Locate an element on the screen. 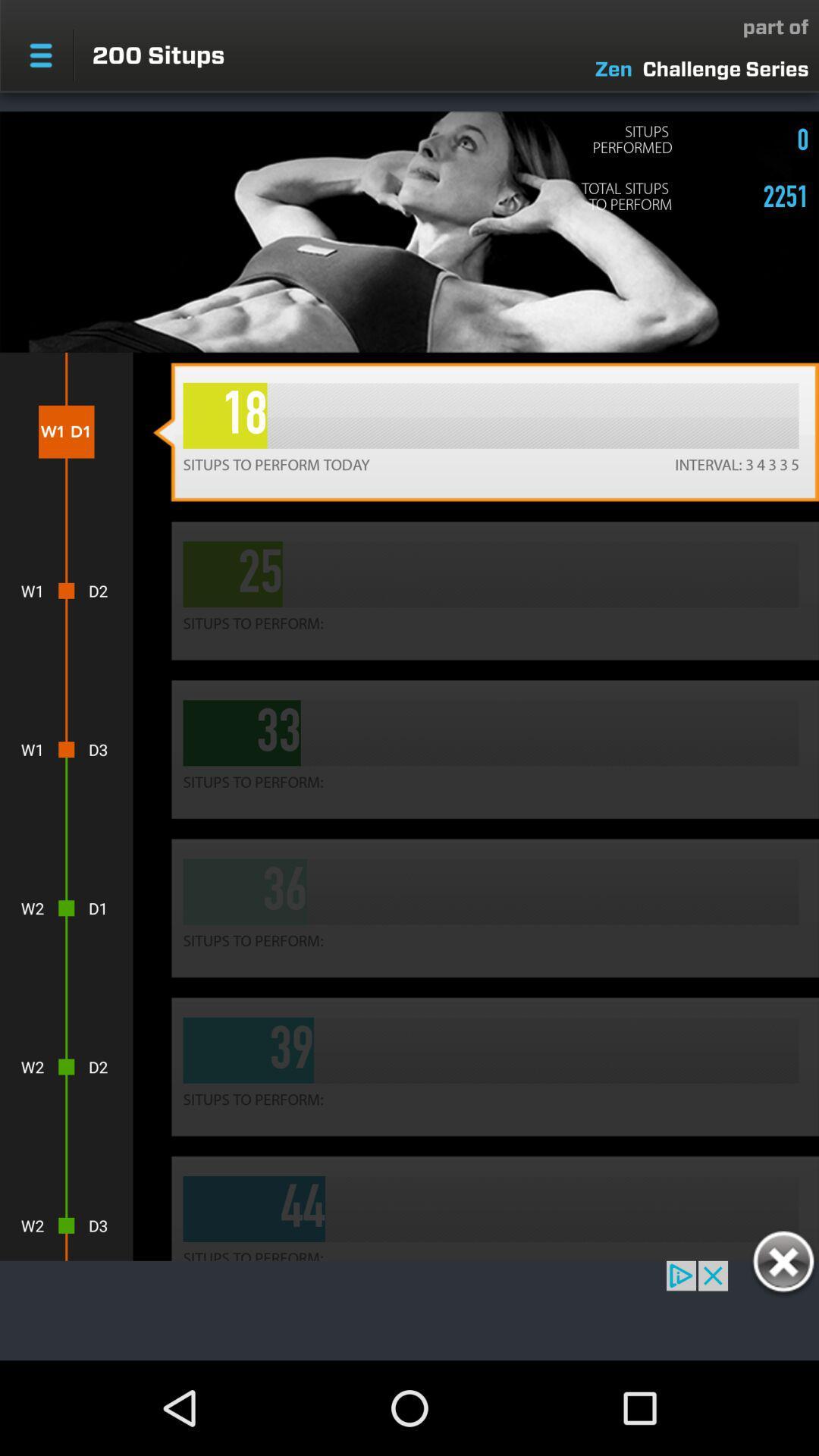 This screenshot has width=819, height=1456. button is located at coordinates (783, 1264).